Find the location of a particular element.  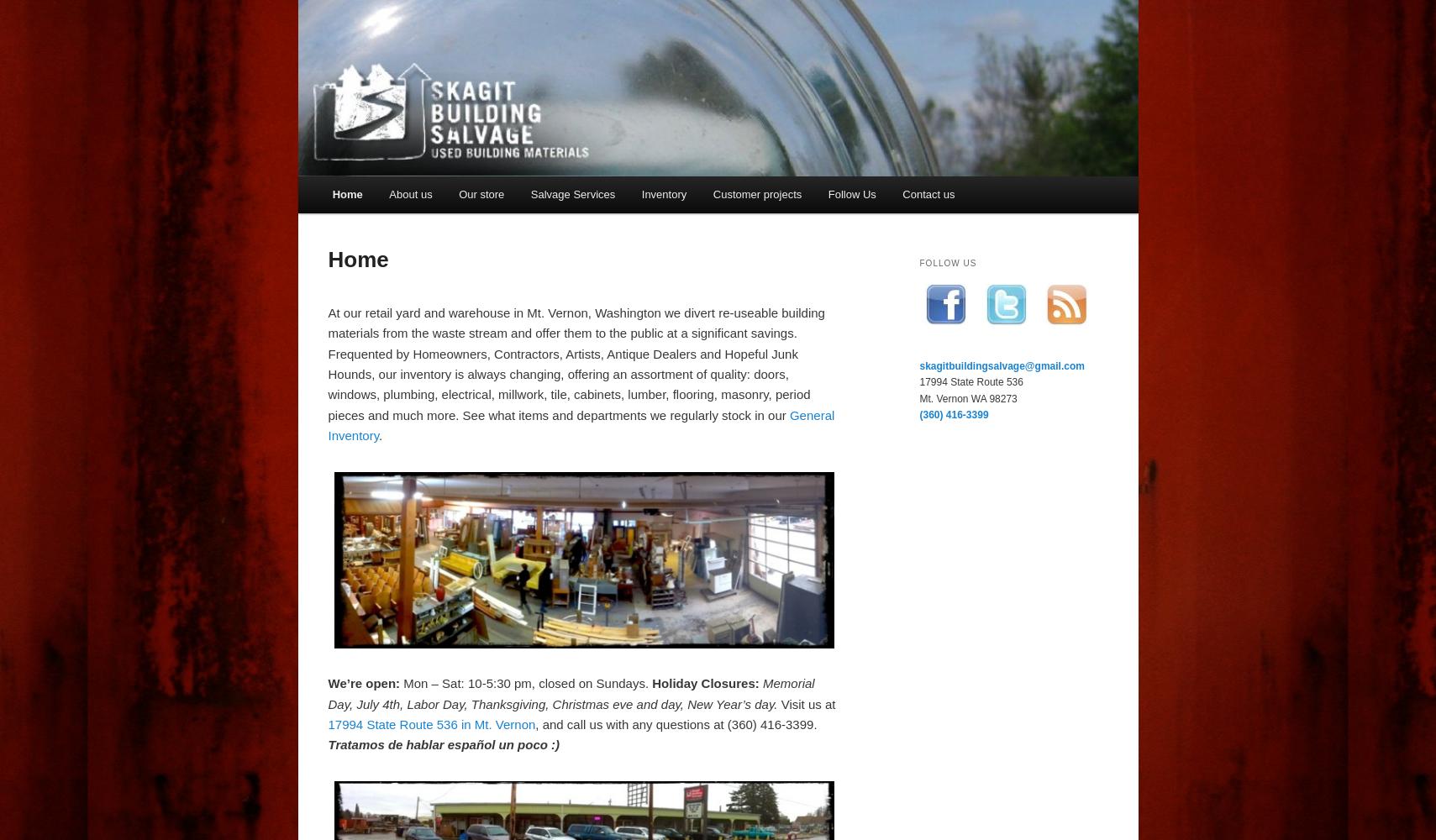

'Mon – Sat: 10-5:30 pm, closed on Sundays.' is located at coordinates (398, 682).